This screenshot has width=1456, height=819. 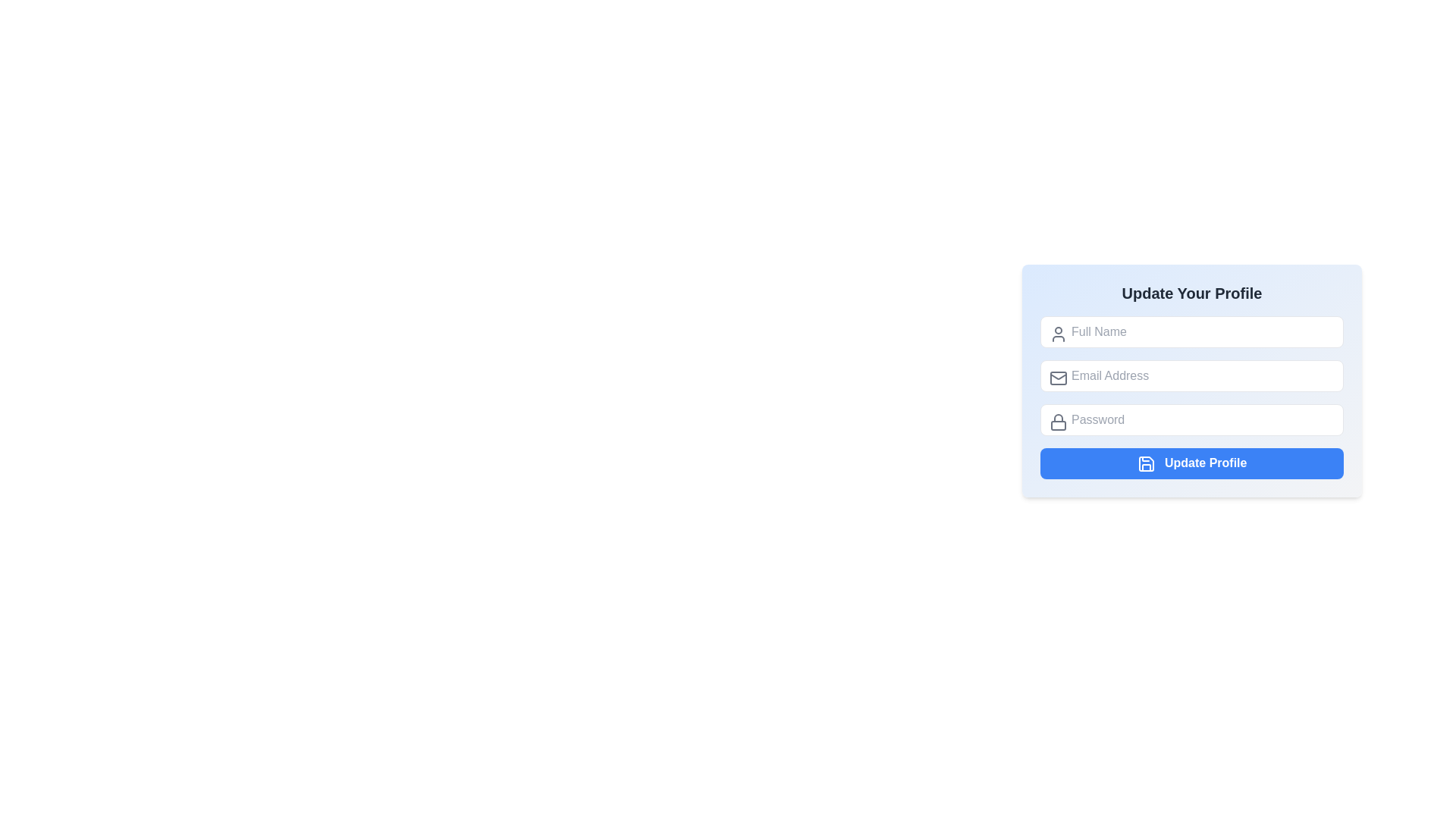 What do you see at coordinates (1058, 333) in the screenshot?
I see `the user silhouette icon with a gray outline located on the leftmost side of the 'Full Name' text input field` at bounding box center [1058, 333].